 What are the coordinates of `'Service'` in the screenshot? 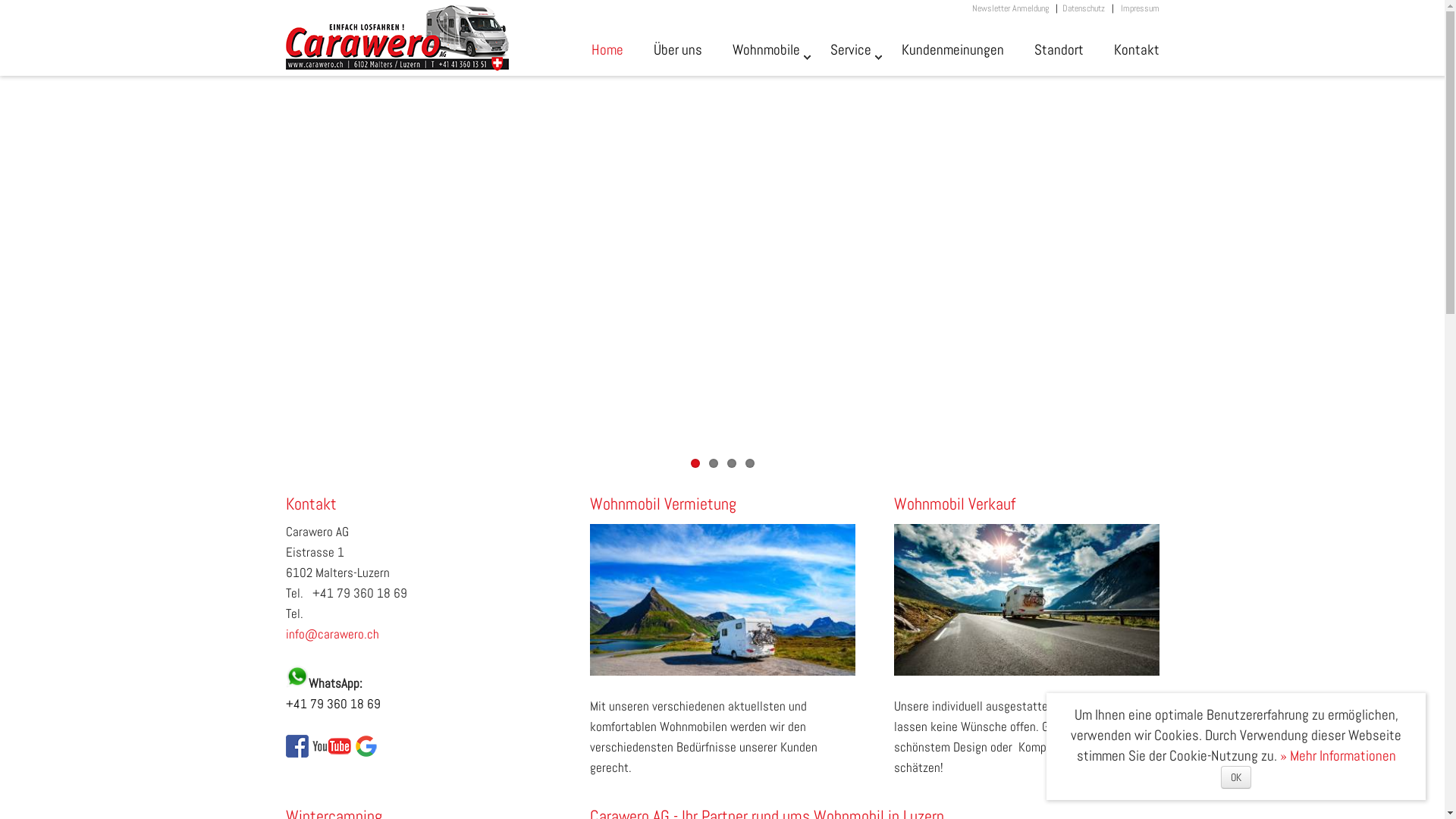 It's located at (850, 57).